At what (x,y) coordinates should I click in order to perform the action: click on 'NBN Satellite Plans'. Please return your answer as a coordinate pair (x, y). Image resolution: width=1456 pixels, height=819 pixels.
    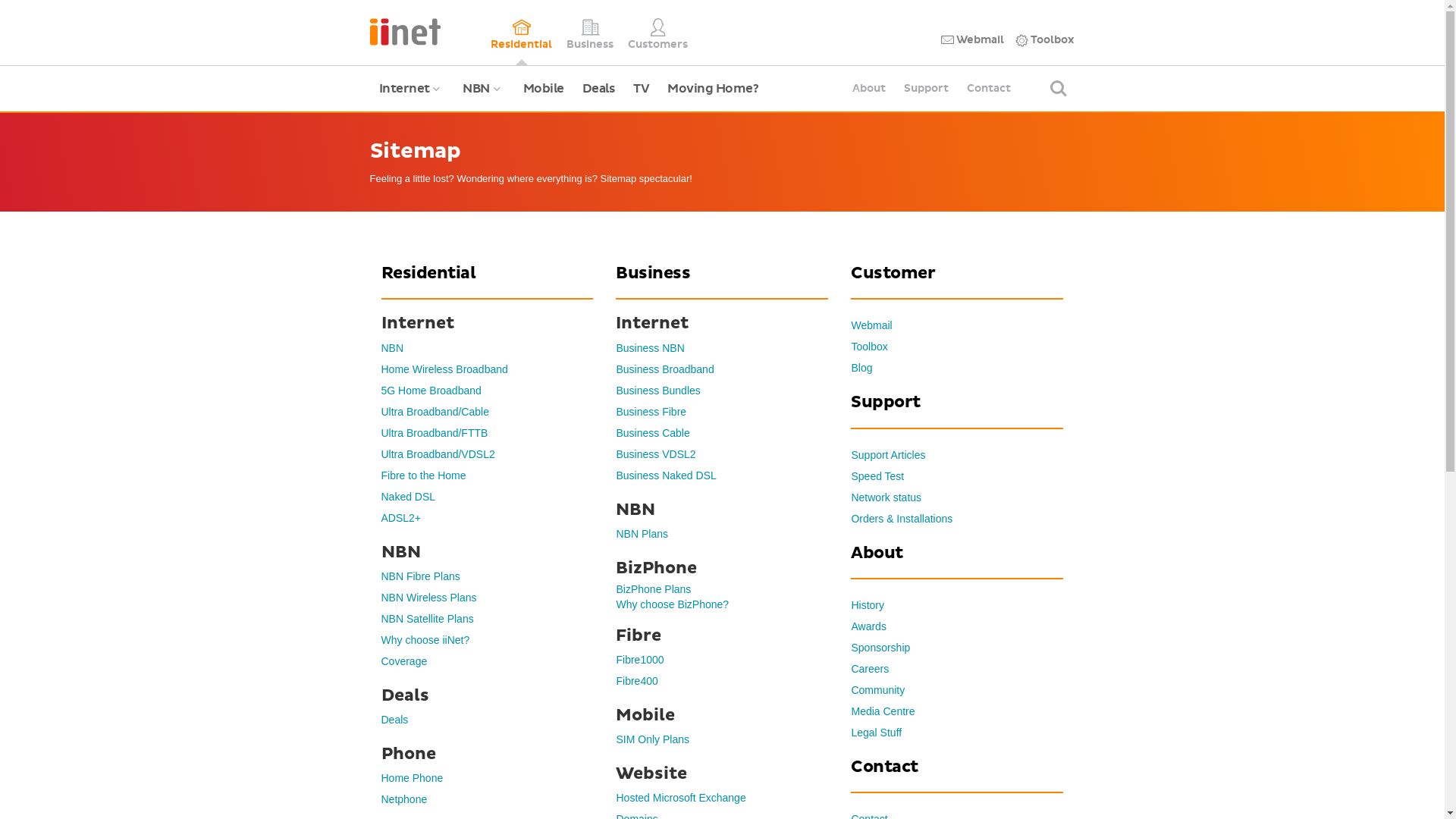
    Looking at the image, I should click on (425, 619).